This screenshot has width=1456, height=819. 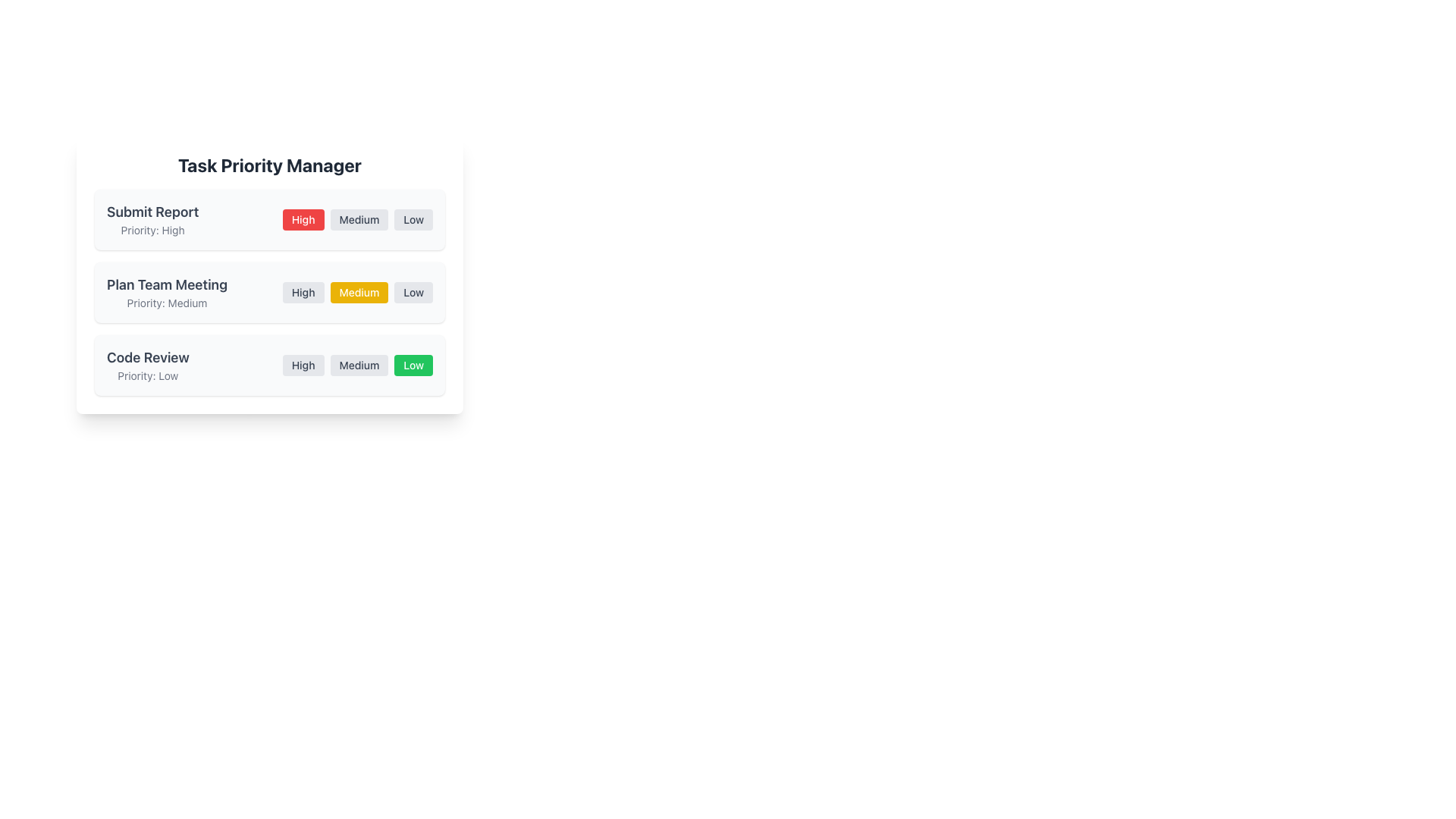 What do you see at coordinates (413, 366) in the screenshot?
I see `the 'Low' priority button located in the 'Task Priority Manager' interface by` at bounding box center [413, 366].